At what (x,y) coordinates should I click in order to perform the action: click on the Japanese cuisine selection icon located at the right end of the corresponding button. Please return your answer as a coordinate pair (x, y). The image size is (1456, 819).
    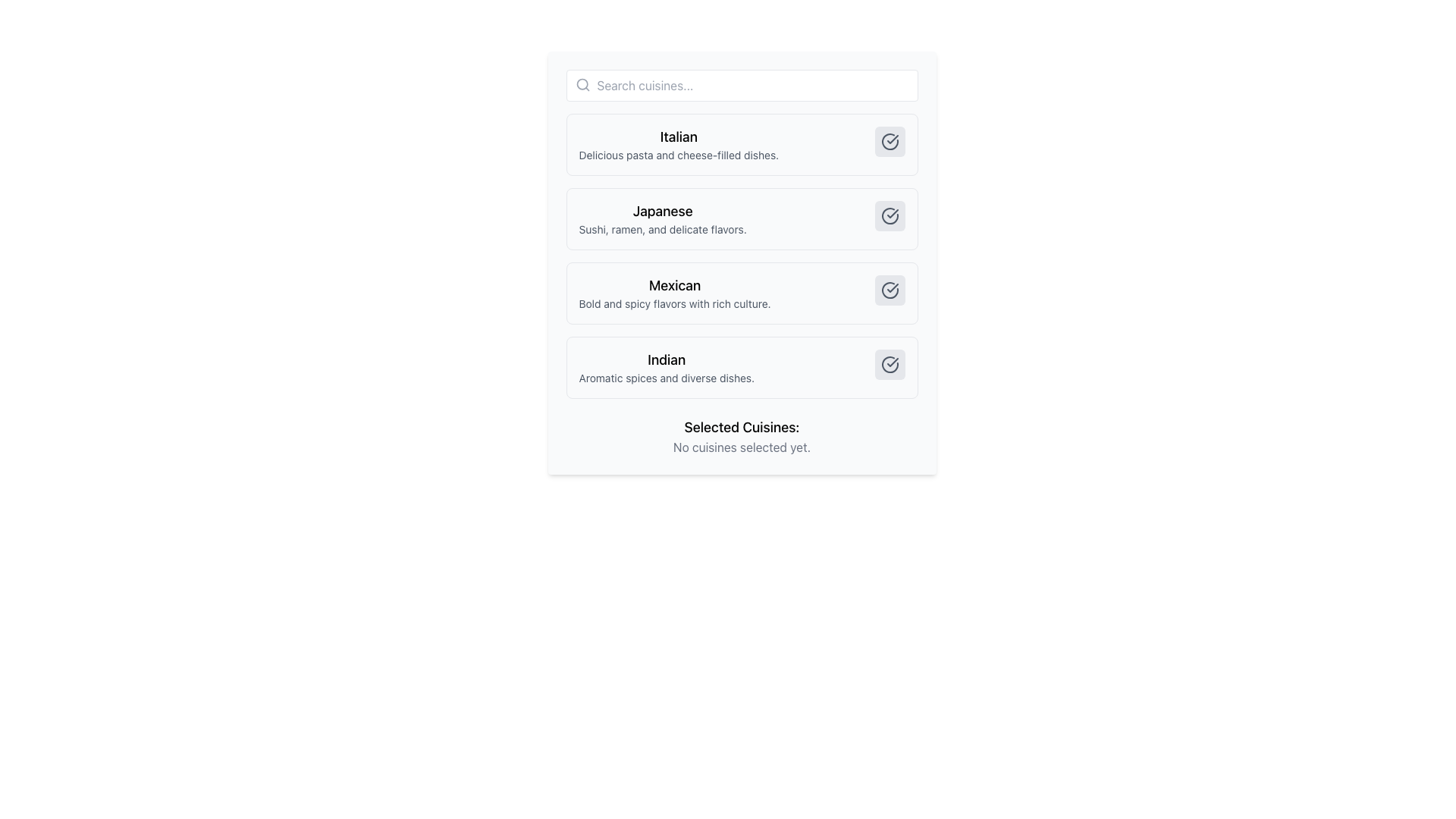
    Looking at the image, I should click on (890, 216).